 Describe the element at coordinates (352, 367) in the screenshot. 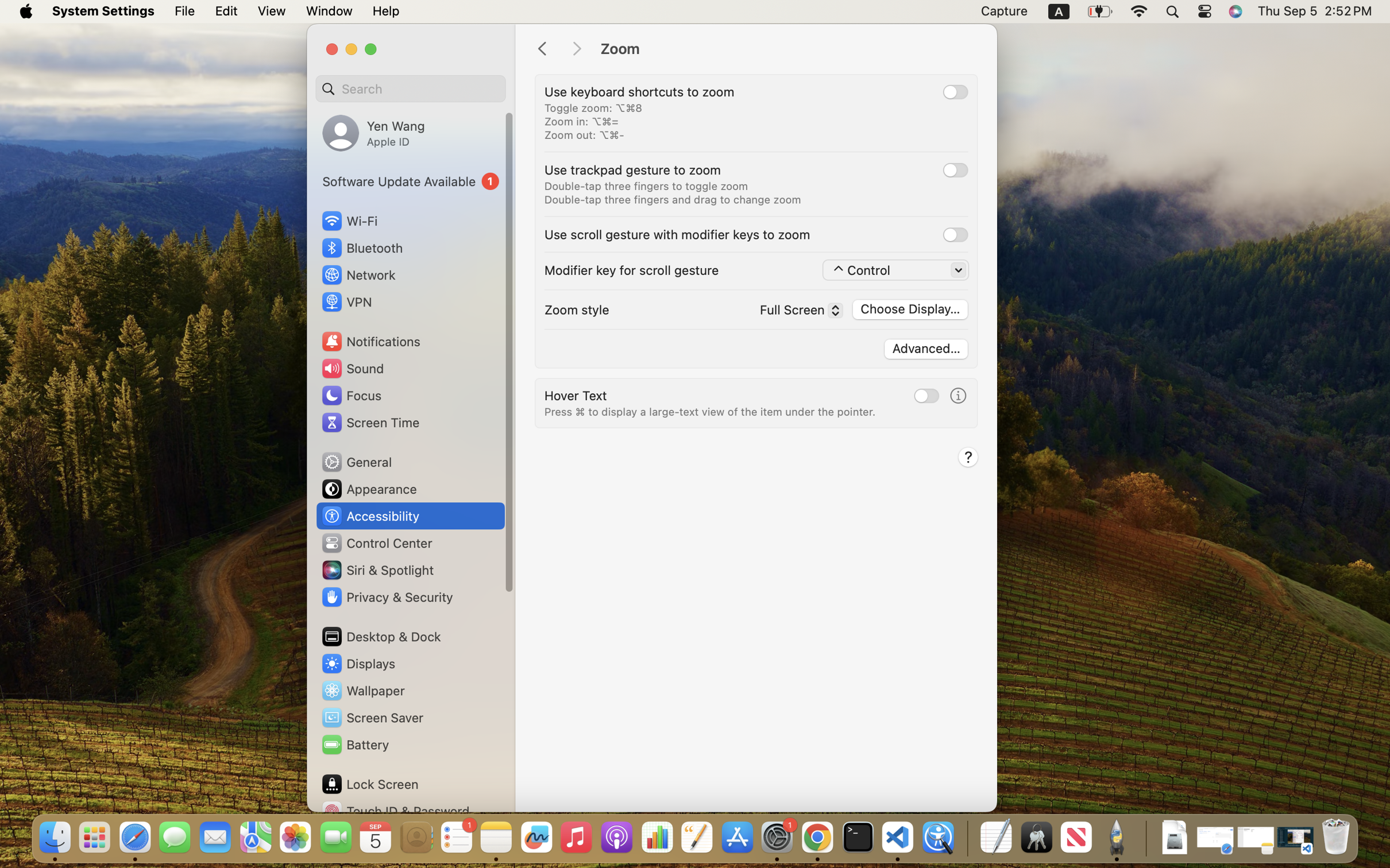

I see `'Sound'` at that location.